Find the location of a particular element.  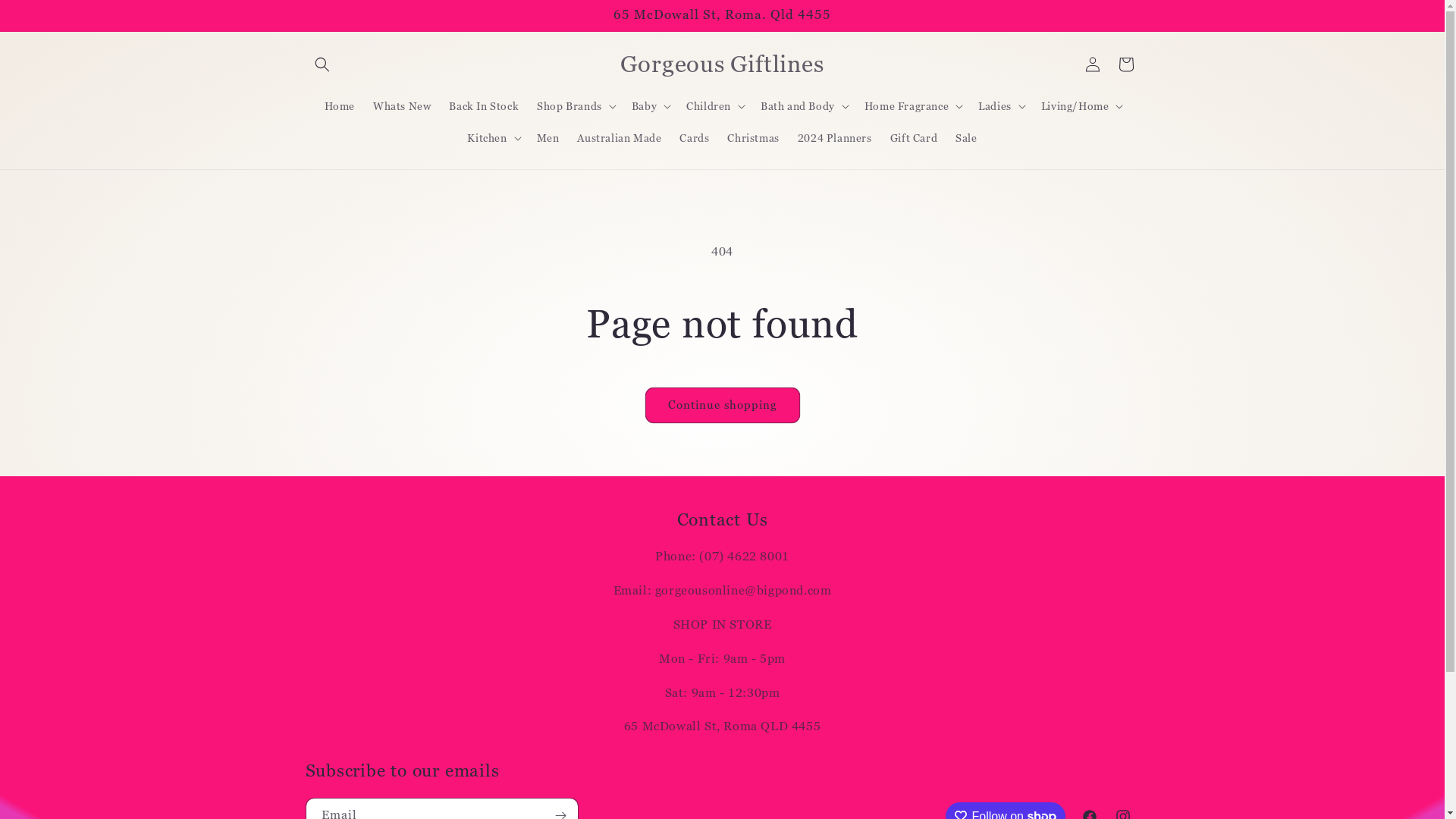

'Sale' is located at coordinates (965, 137).